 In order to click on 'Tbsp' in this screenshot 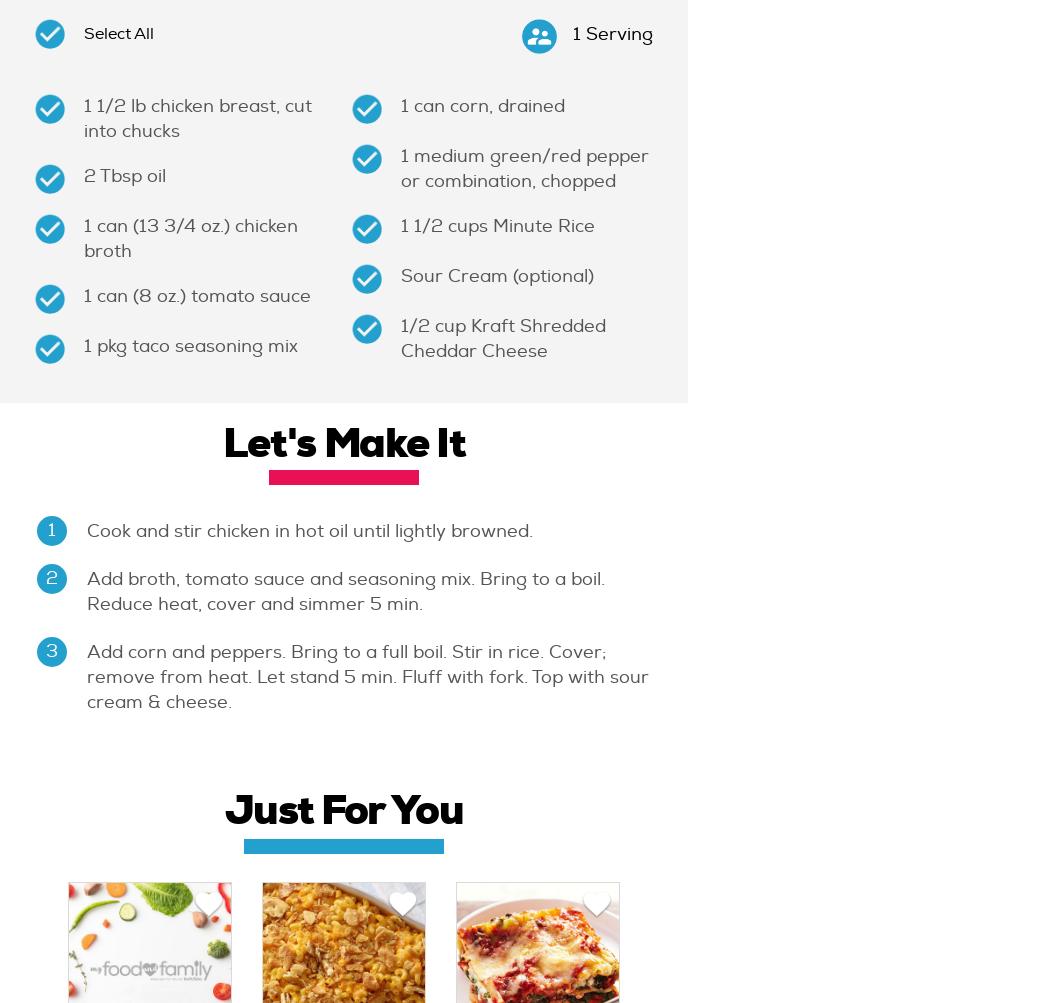, I will do `click(122, 175)`.